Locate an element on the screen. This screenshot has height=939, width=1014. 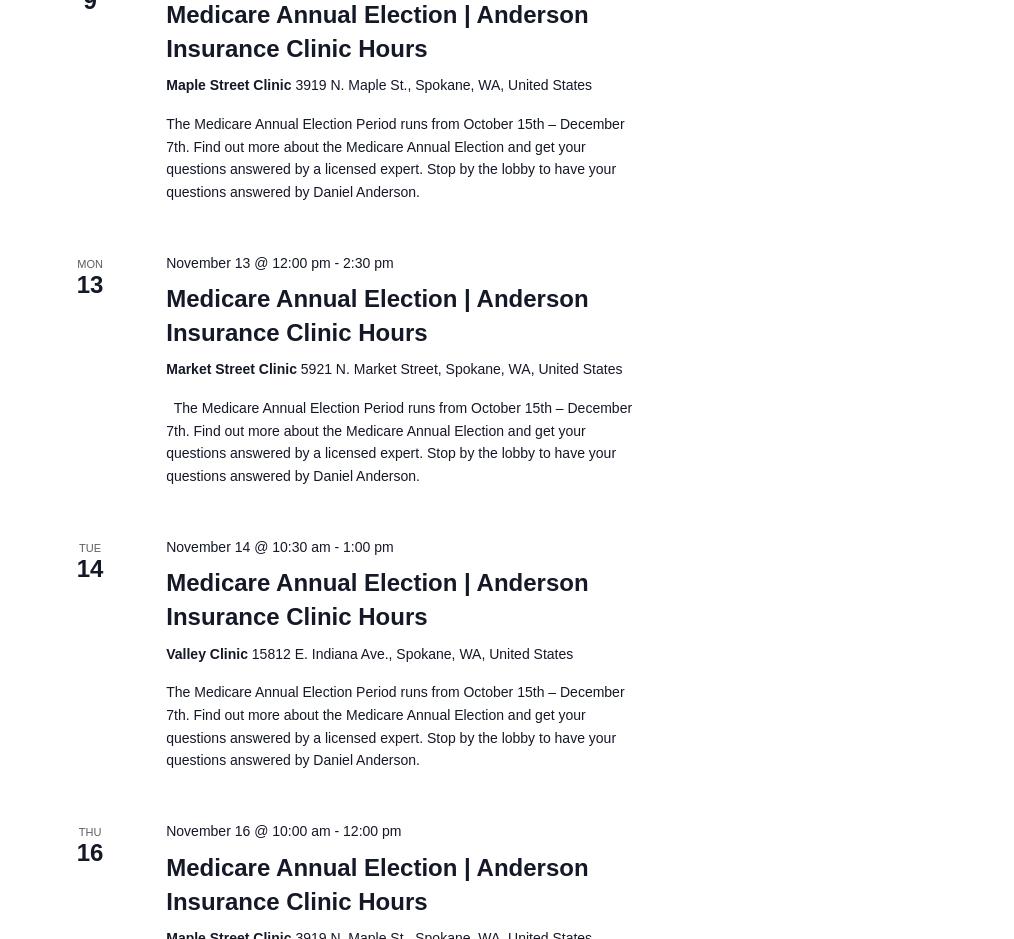
'14' is located at coordinates (75, 567).